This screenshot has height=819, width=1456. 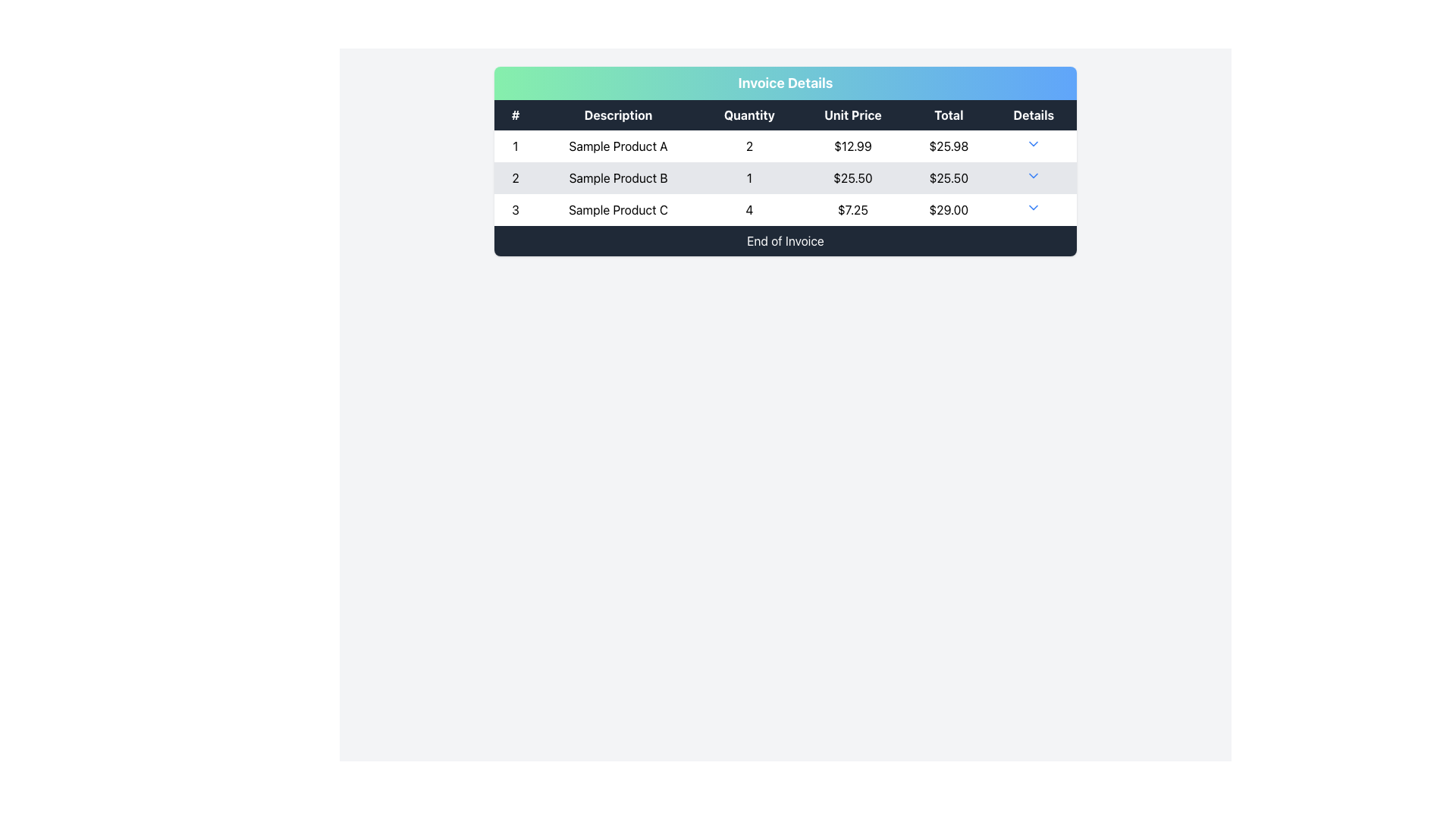 What do you see at coordinates (852, 146) in the screenshot?
I see `the Static Text element displaying the price '$12.99' for 'Sample Product A' in the Unit Price column of the table` at bounding box center [852, 146].